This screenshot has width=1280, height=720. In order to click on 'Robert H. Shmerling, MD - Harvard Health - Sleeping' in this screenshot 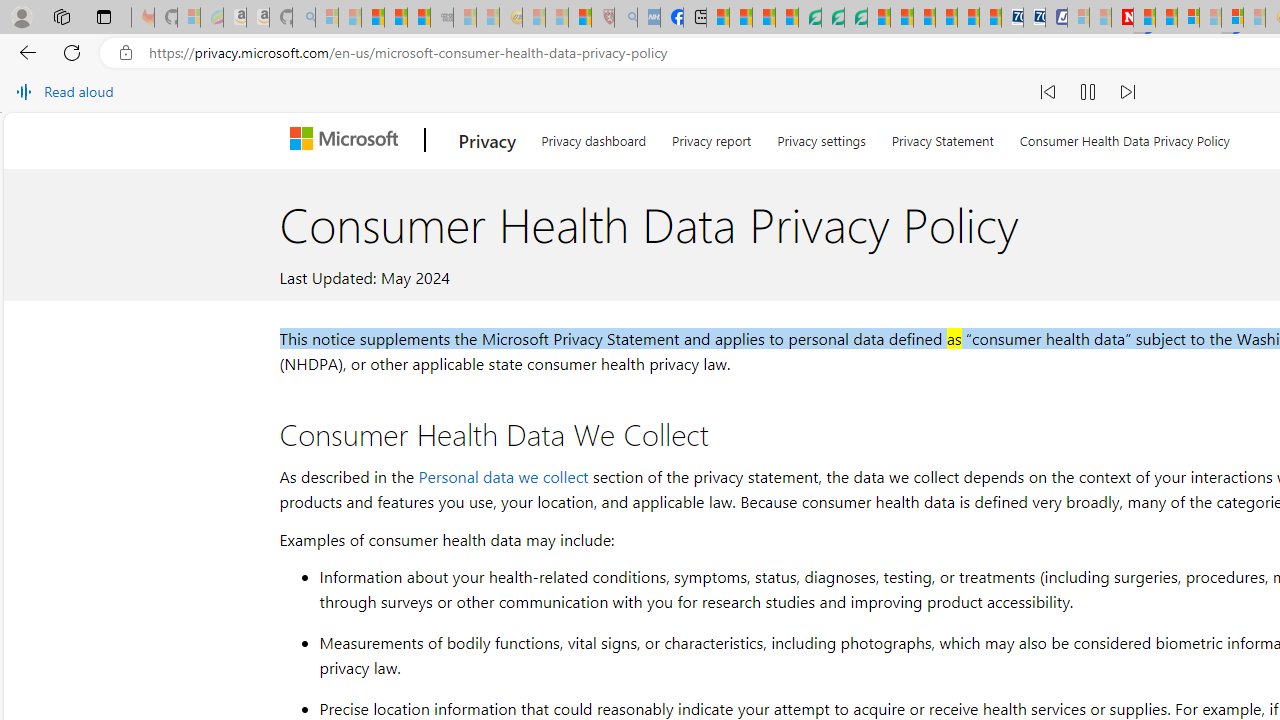, I will do `click(601, 17)`.